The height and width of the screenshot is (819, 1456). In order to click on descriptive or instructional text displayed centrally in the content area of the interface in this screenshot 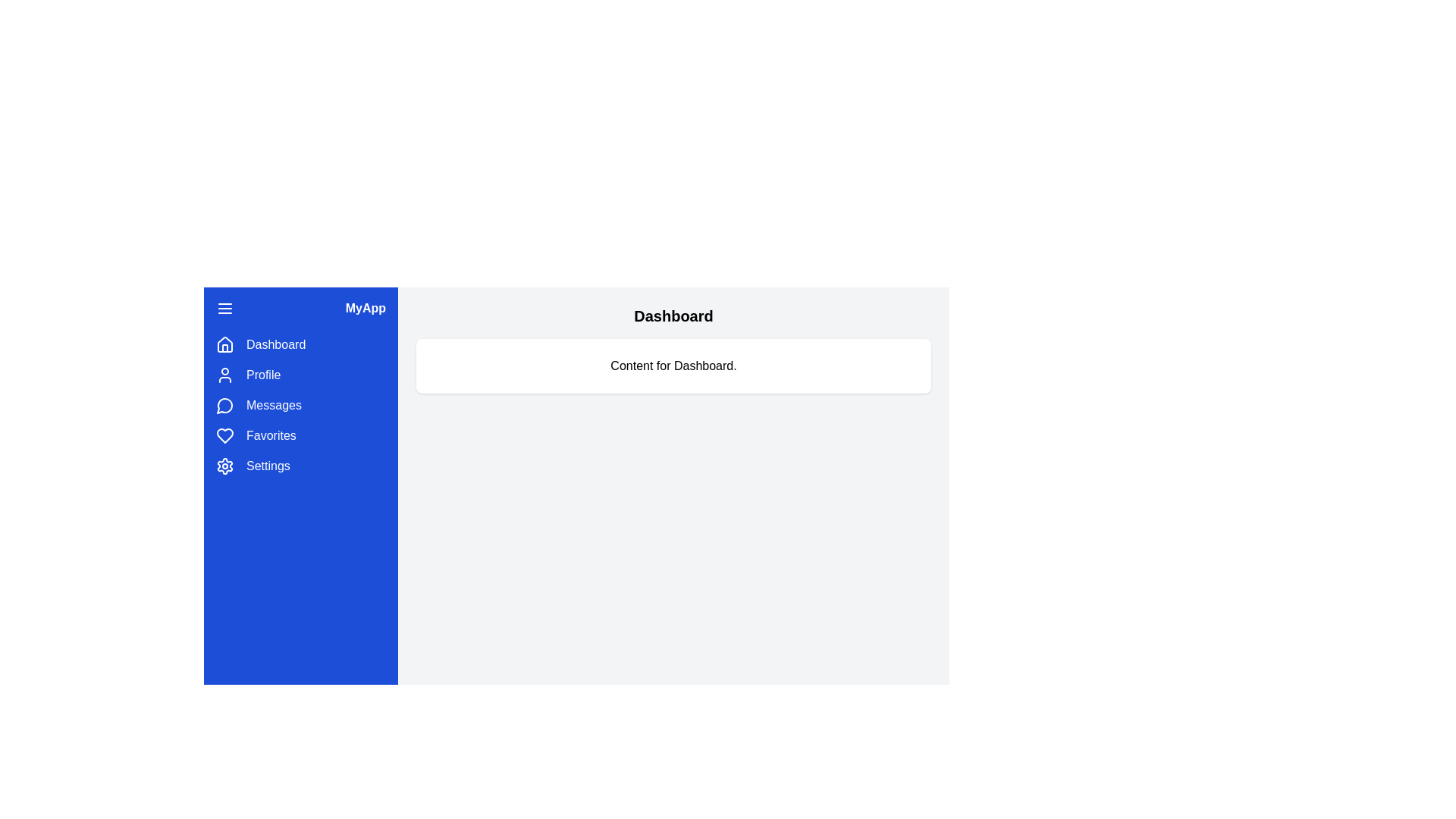, I will do `click(673, 366)`.